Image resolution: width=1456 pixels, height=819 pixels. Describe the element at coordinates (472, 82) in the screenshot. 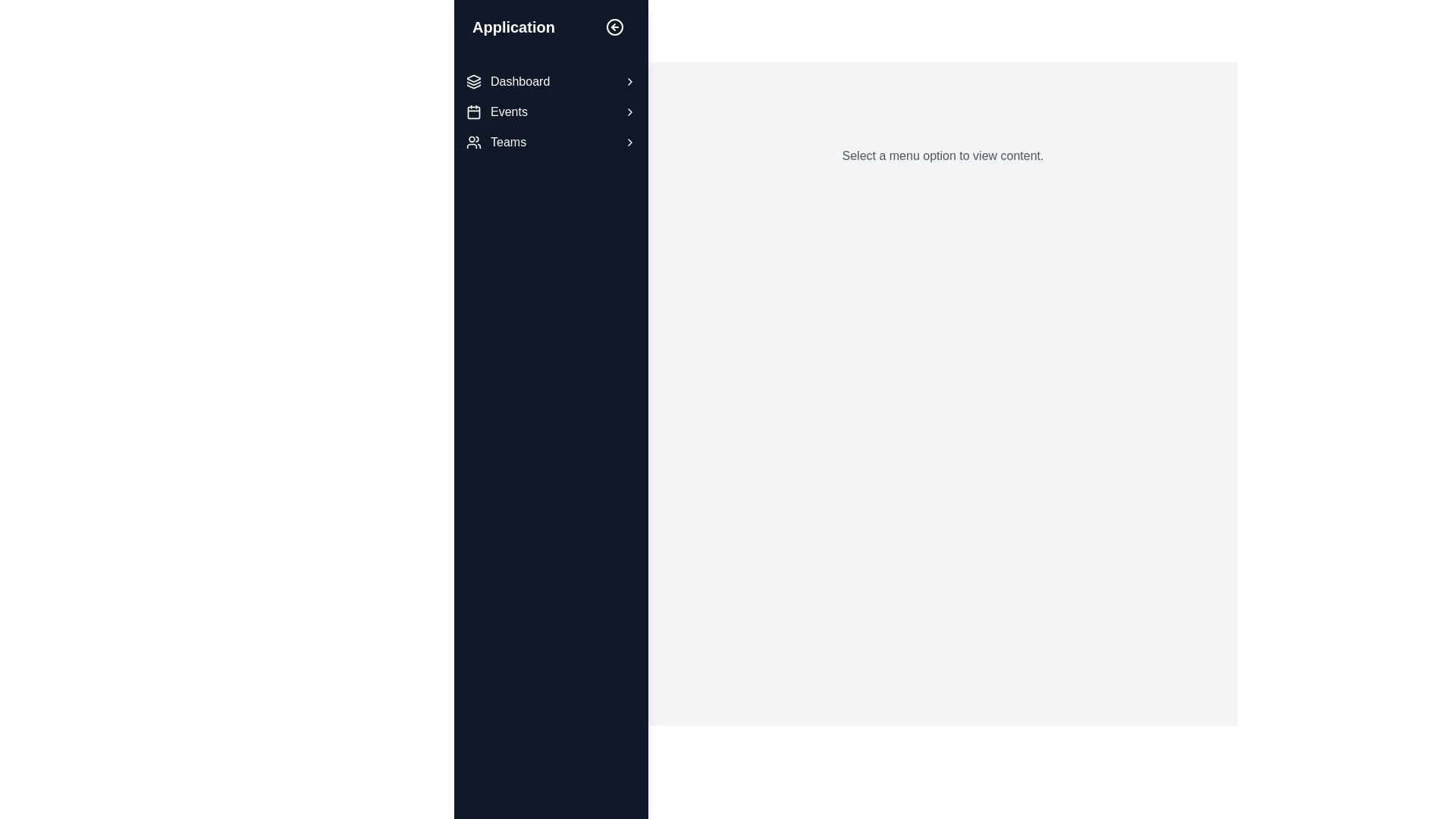

I see `the icon resembling stacked layers, which is part of the menu item adjacent to the 'Dashboard' text` at that location.